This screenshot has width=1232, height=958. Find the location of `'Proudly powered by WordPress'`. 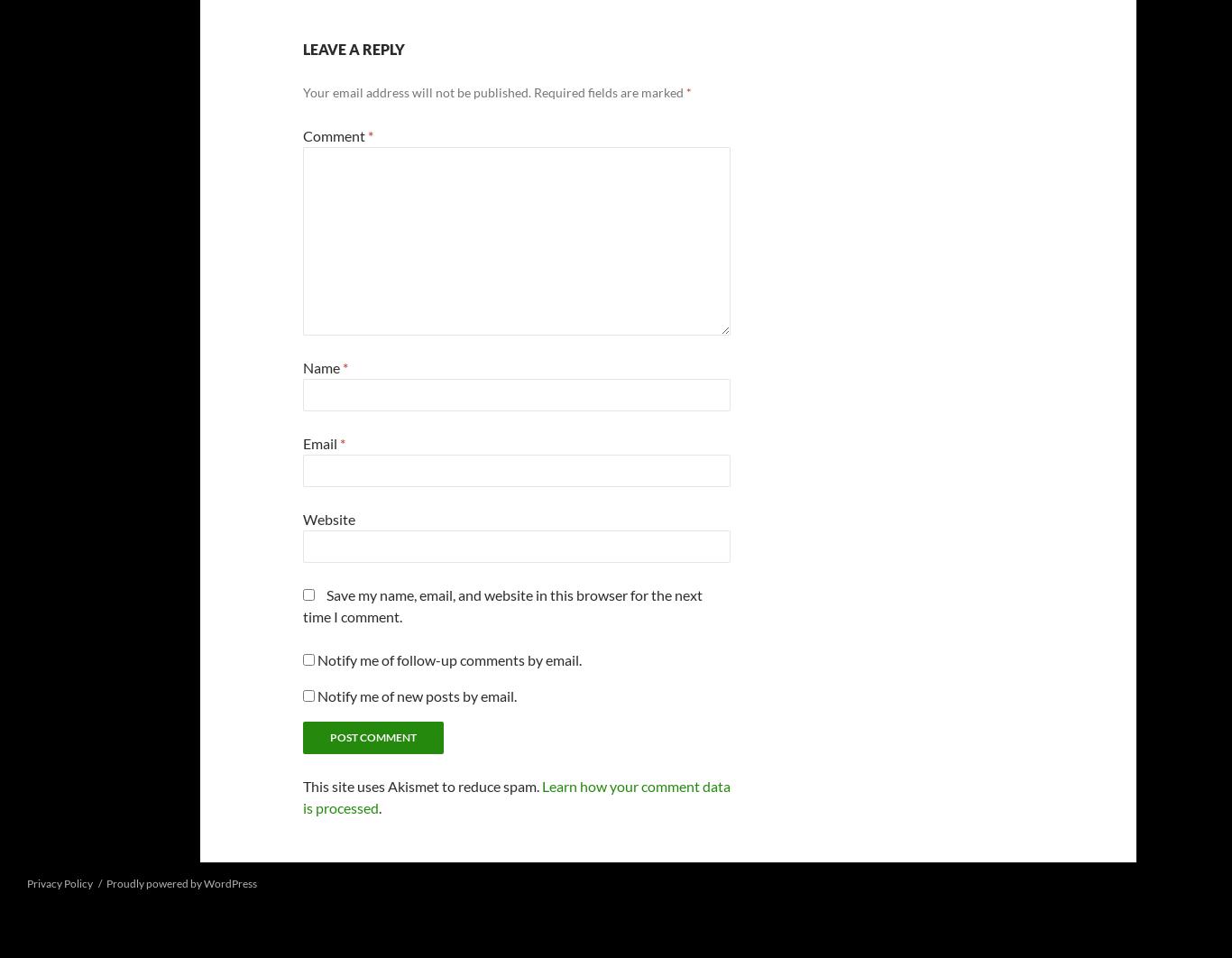

'Proudly powered by WordPress' is located at coordinates (106, 882).